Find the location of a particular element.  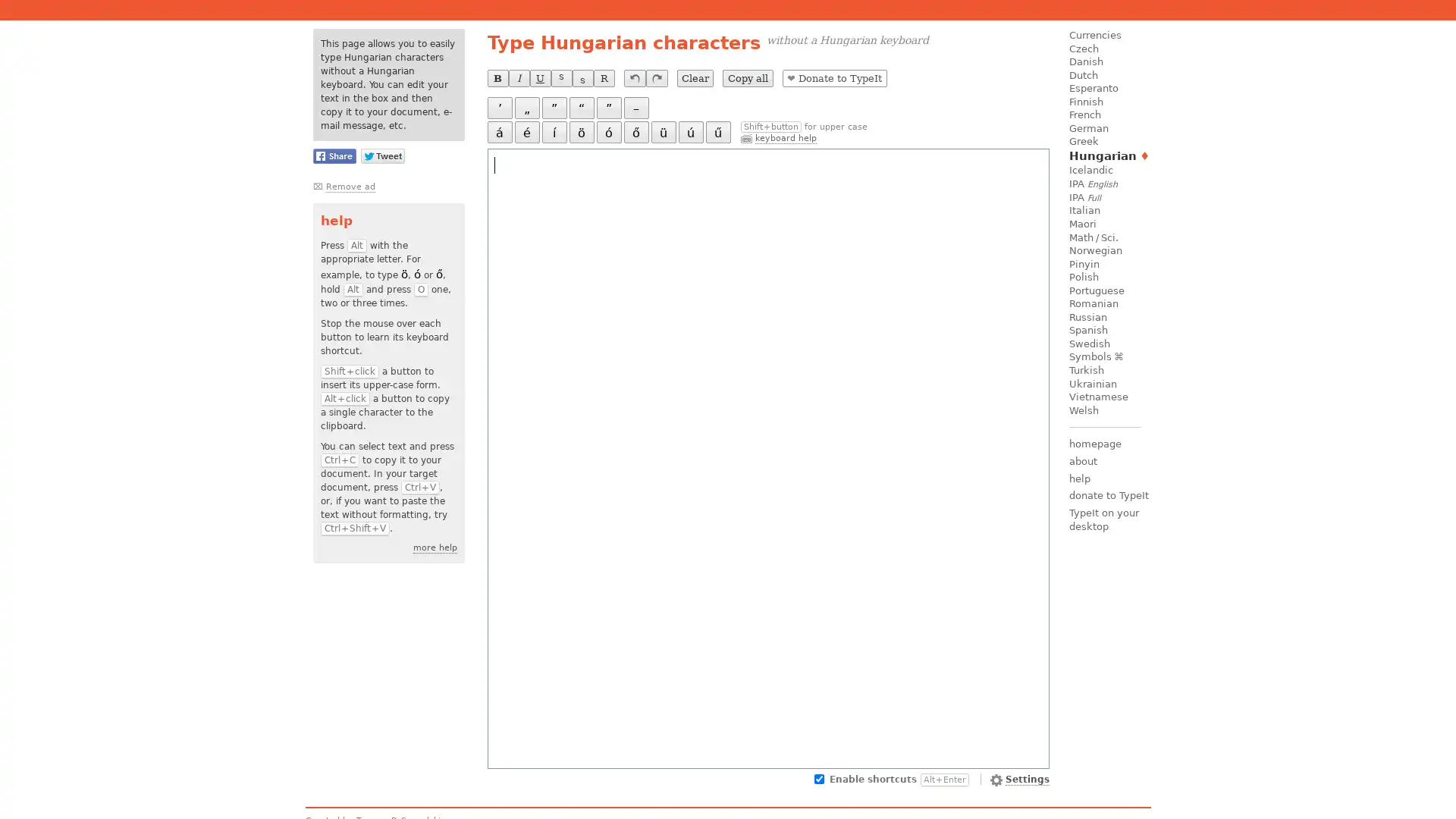

Share this page on Twitter is located at coordinates (382, 155).